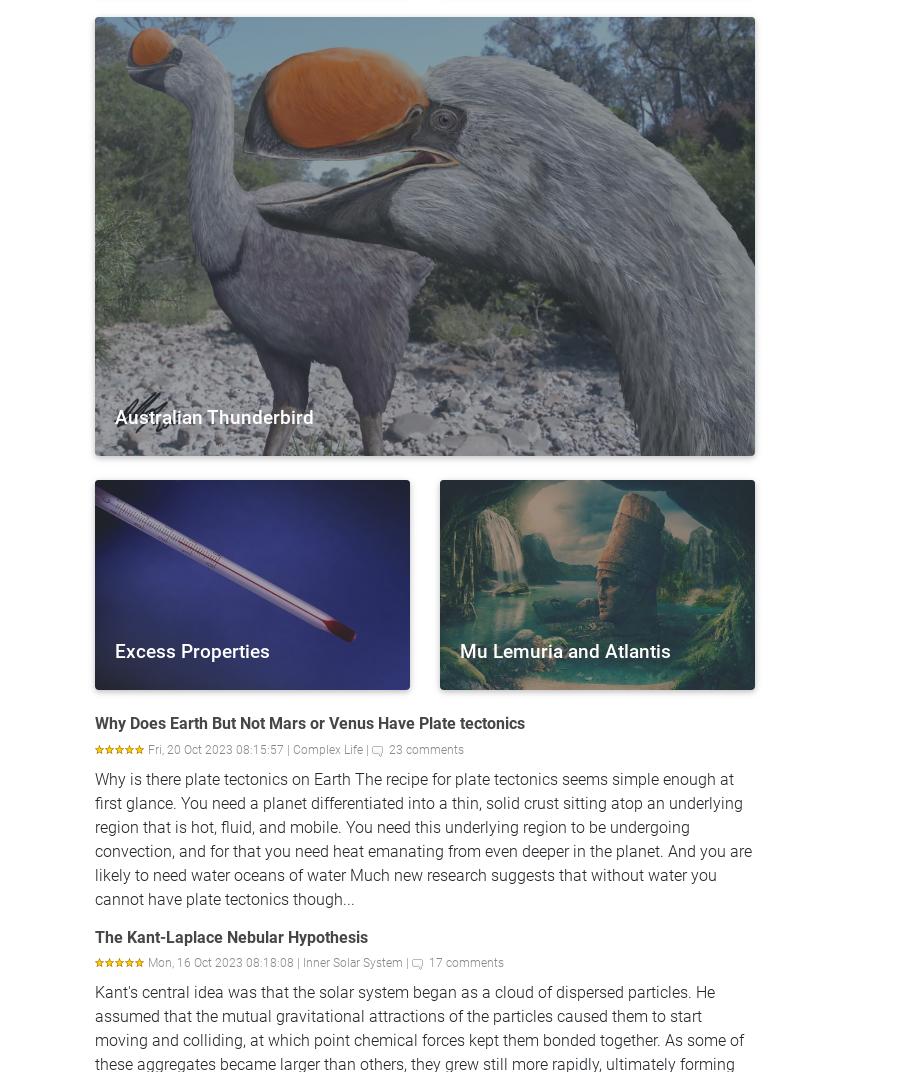 This screenshot has height=1072, width=904. What do you see at coordinates (220, 749) in the screenshot?
I see `'Fri, 20 Oct 2023 08:15:57                                    |'` at bounding box center [220, 749].